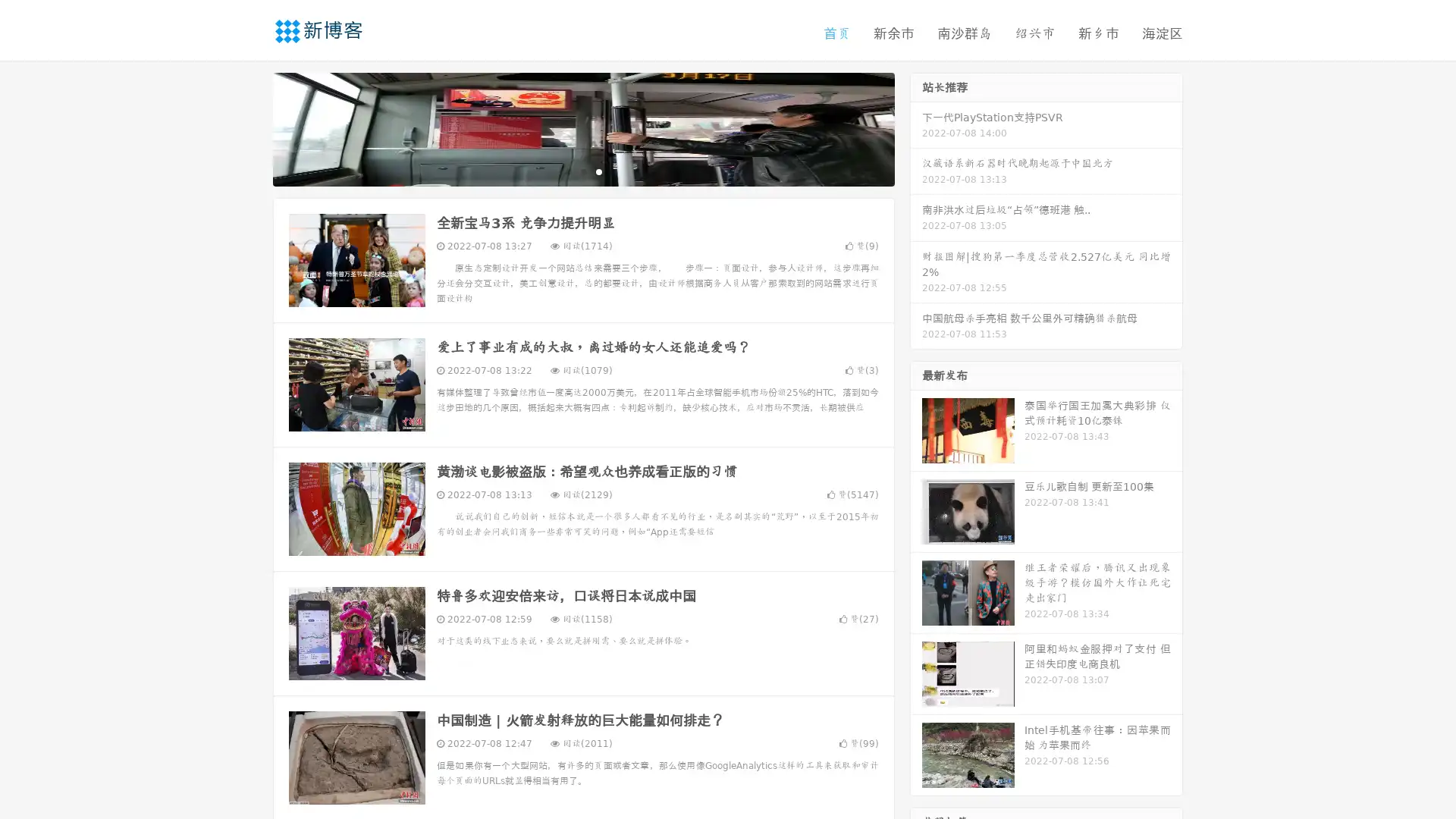 The image size is (1456, 819). What do you see at coordinates (567, 171) in the screenshot?
I see `Go to slide 1` at bounding box center [567, 171].